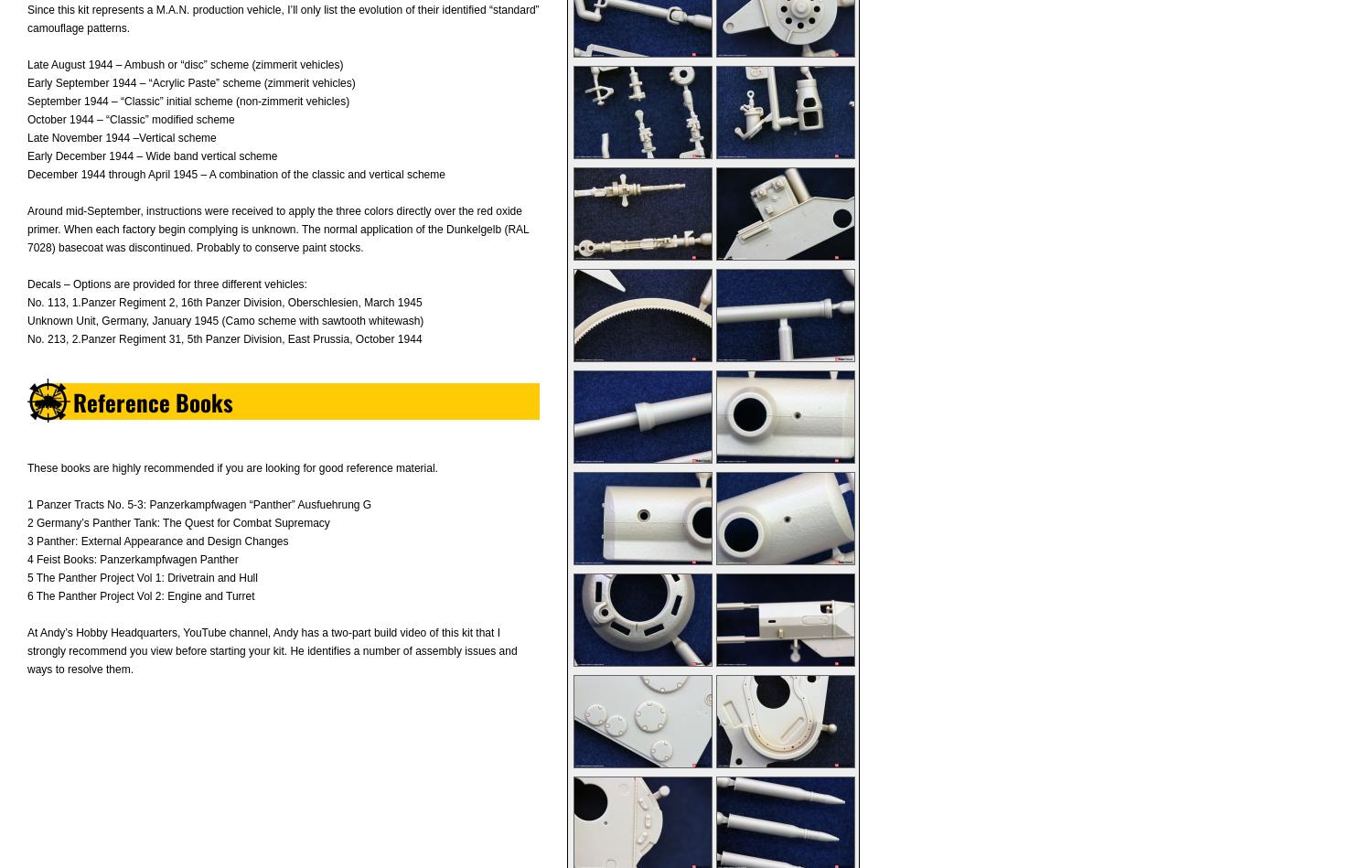  I want to click on 'Since this kit represents a M.A.N. production vehicle, I’ll only list the evolution of their identified “standard” camouflage patterns.', so click(283, 18).